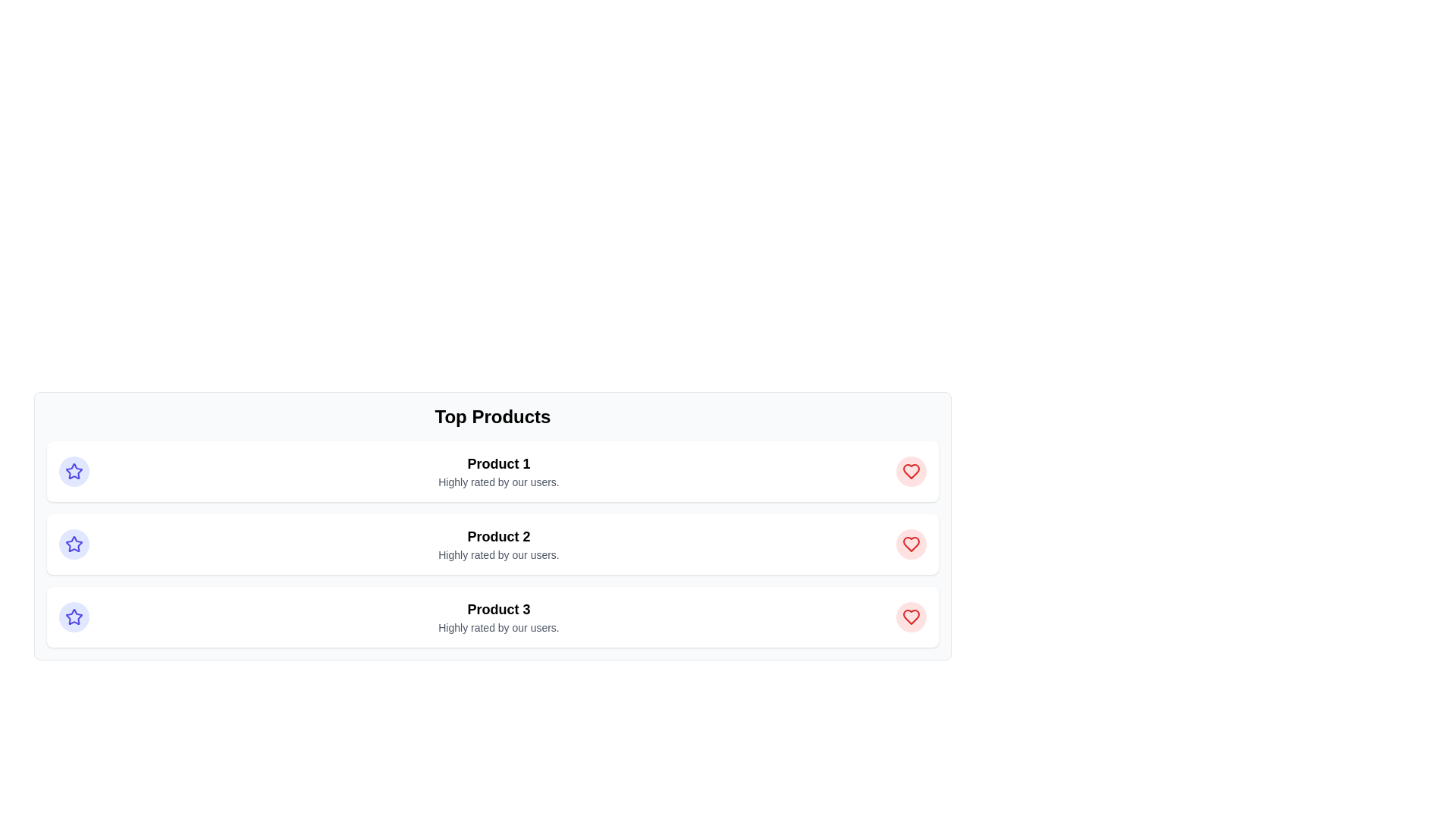 The height and width of the screenshot is (819, 1456). I want to click on the button located, so click(910, 617).